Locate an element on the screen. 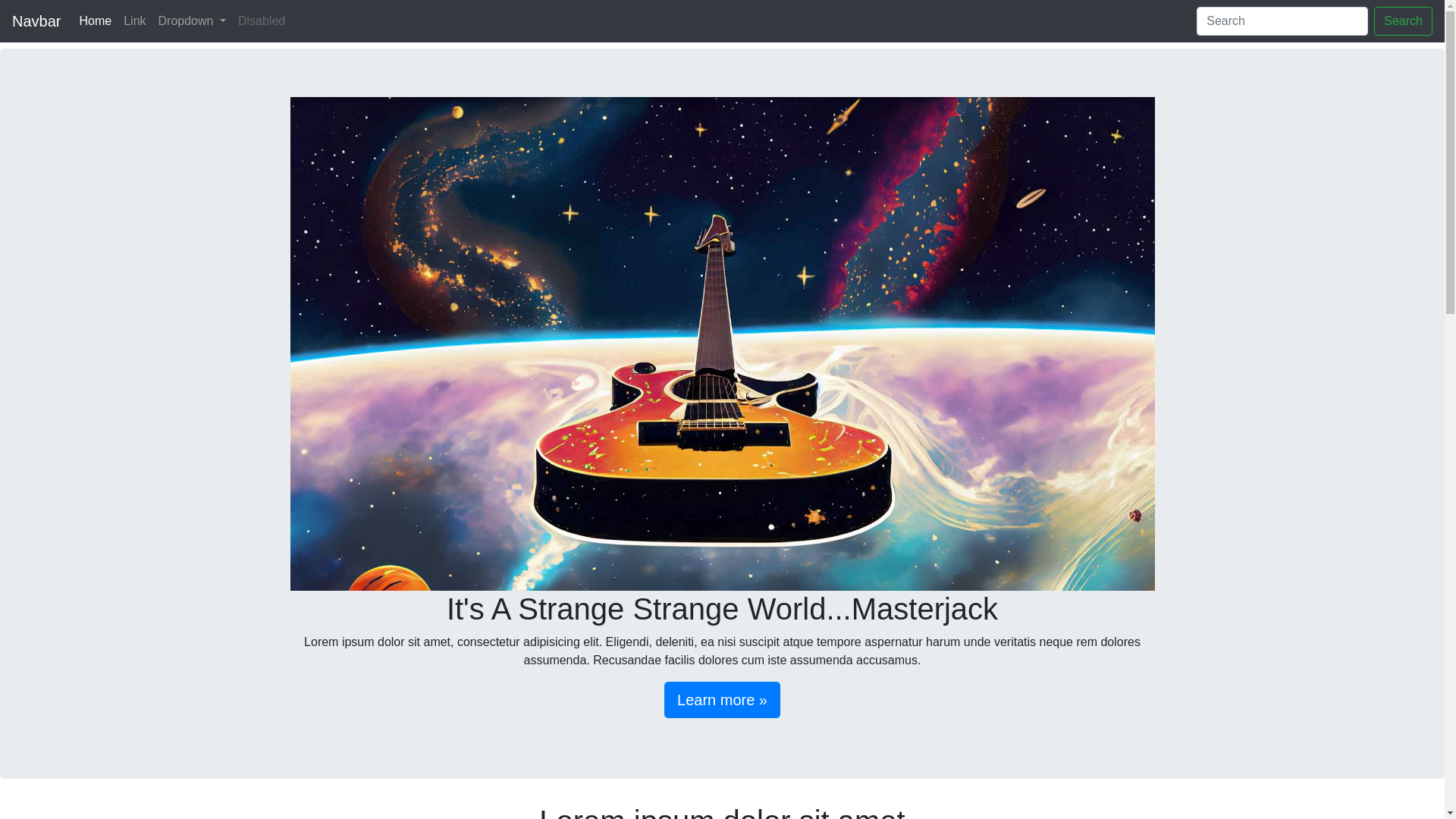 The height and width of the screenshot is (819, 1456). 'Search' is located at coordinates (1402, 20).